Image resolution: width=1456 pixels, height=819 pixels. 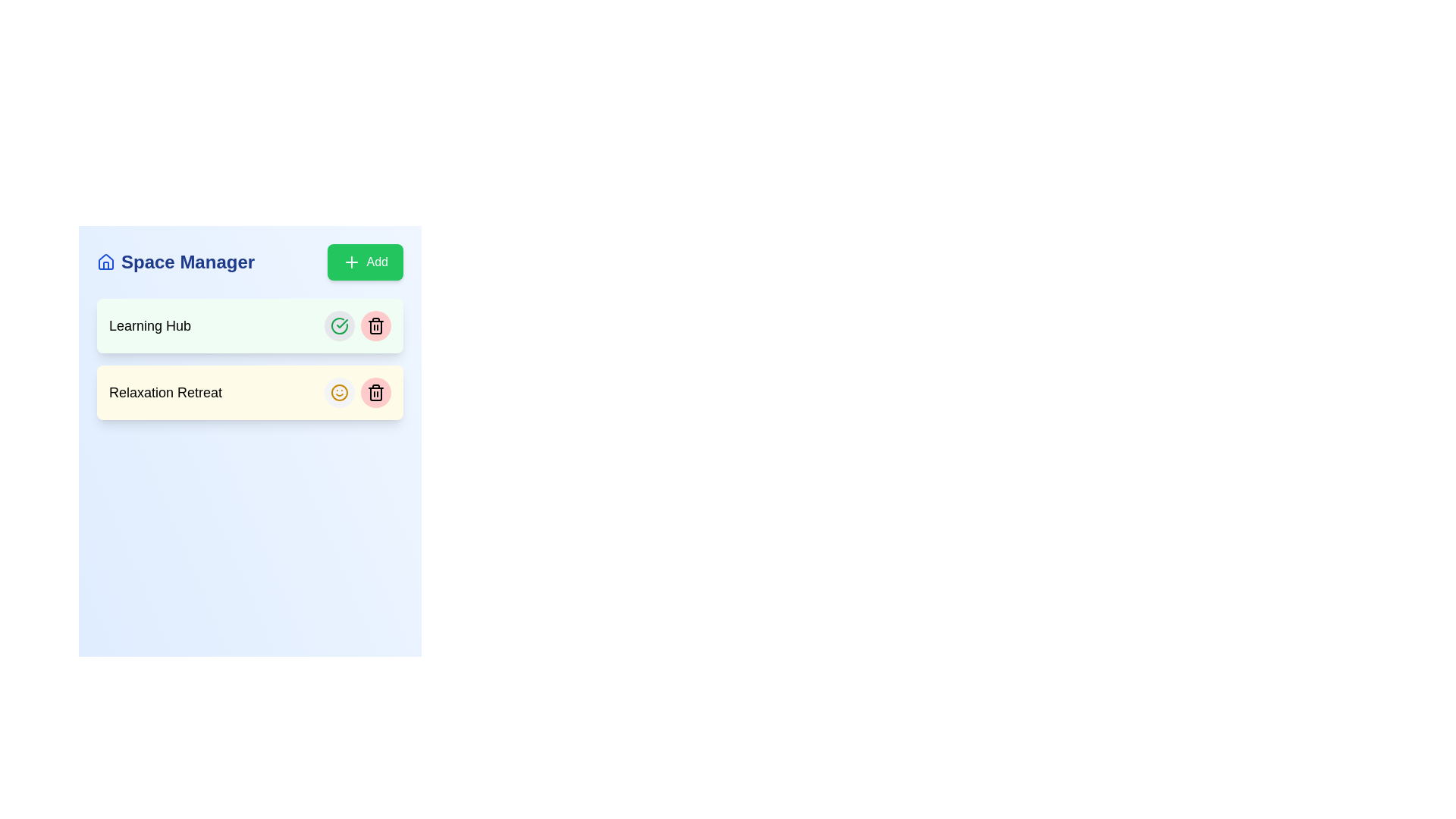 What do you see at coordinates (105, 262) in the screenshot?
I see `the 'home' icon located at the far left of the 'Space Manager' section's header, just before the text 'Space Manager'` at bounding box center [105, 262].